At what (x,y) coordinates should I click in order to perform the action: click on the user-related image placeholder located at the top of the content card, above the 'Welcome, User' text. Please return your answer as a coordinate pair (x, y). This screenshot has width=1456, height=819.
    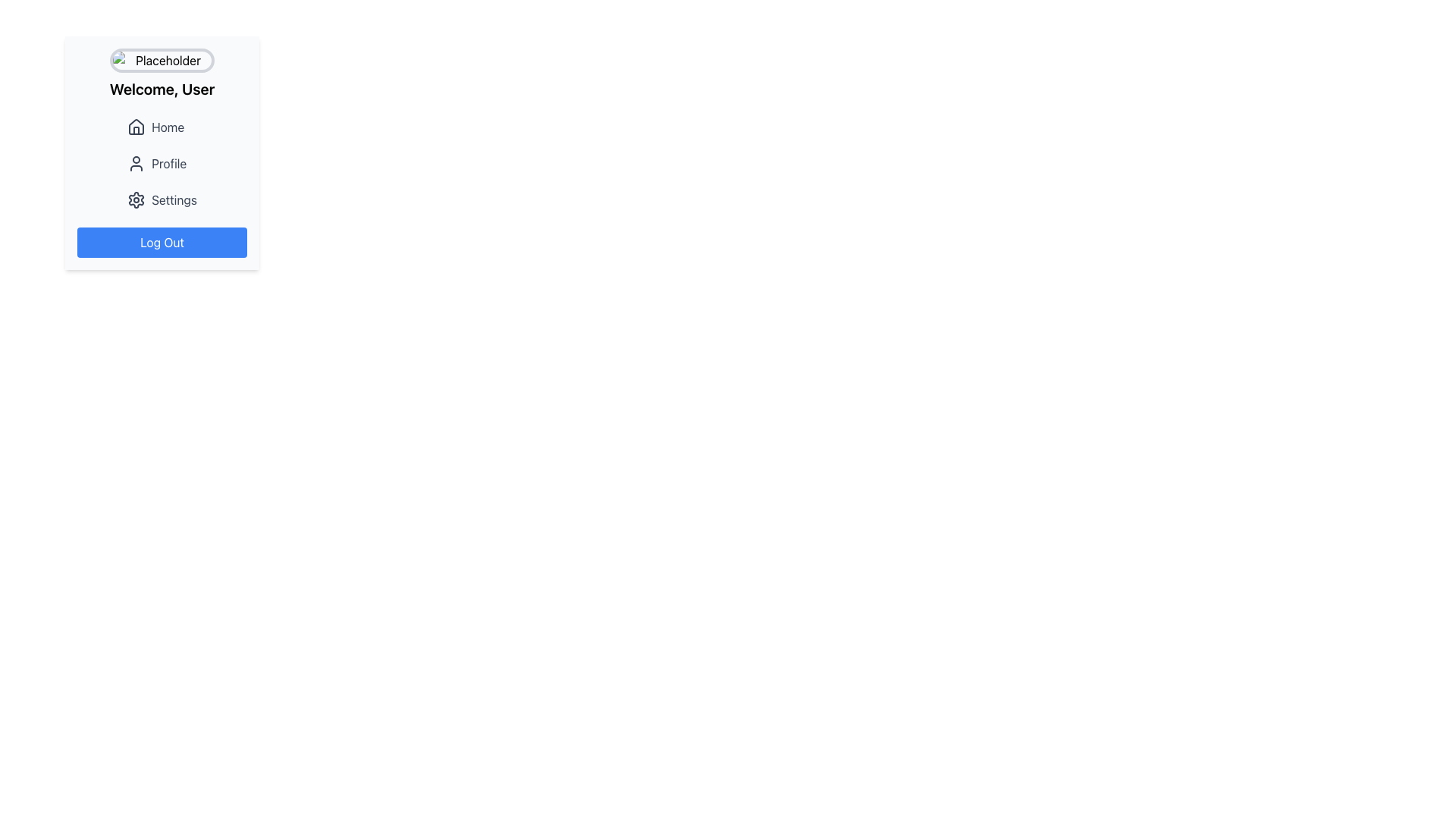
    Looking at the image, I should click on (162, 60).